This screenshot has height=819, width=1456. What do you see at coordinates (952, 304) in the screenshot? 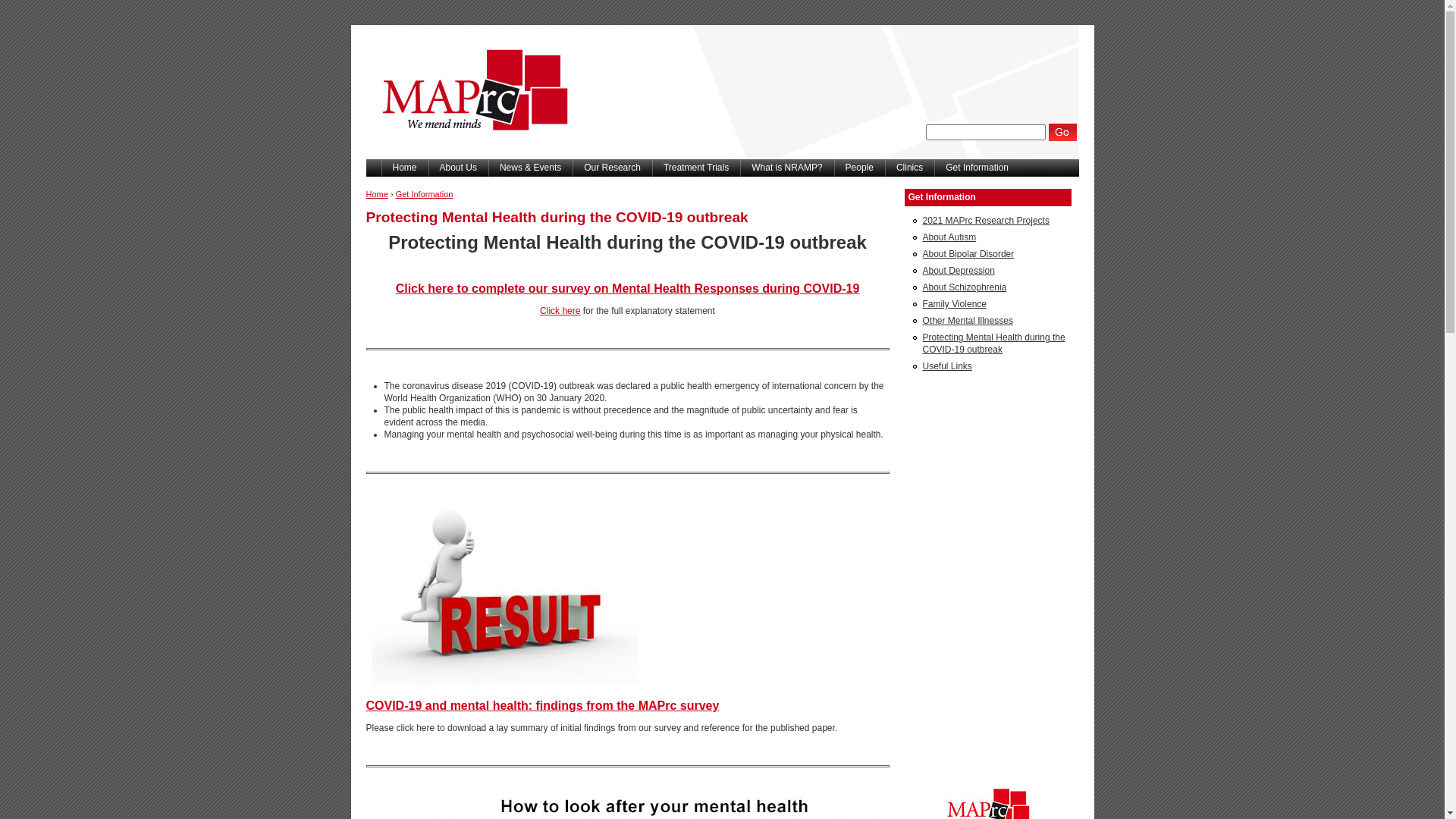
I see `'Family Violence'` at bounding box center [952, 304].